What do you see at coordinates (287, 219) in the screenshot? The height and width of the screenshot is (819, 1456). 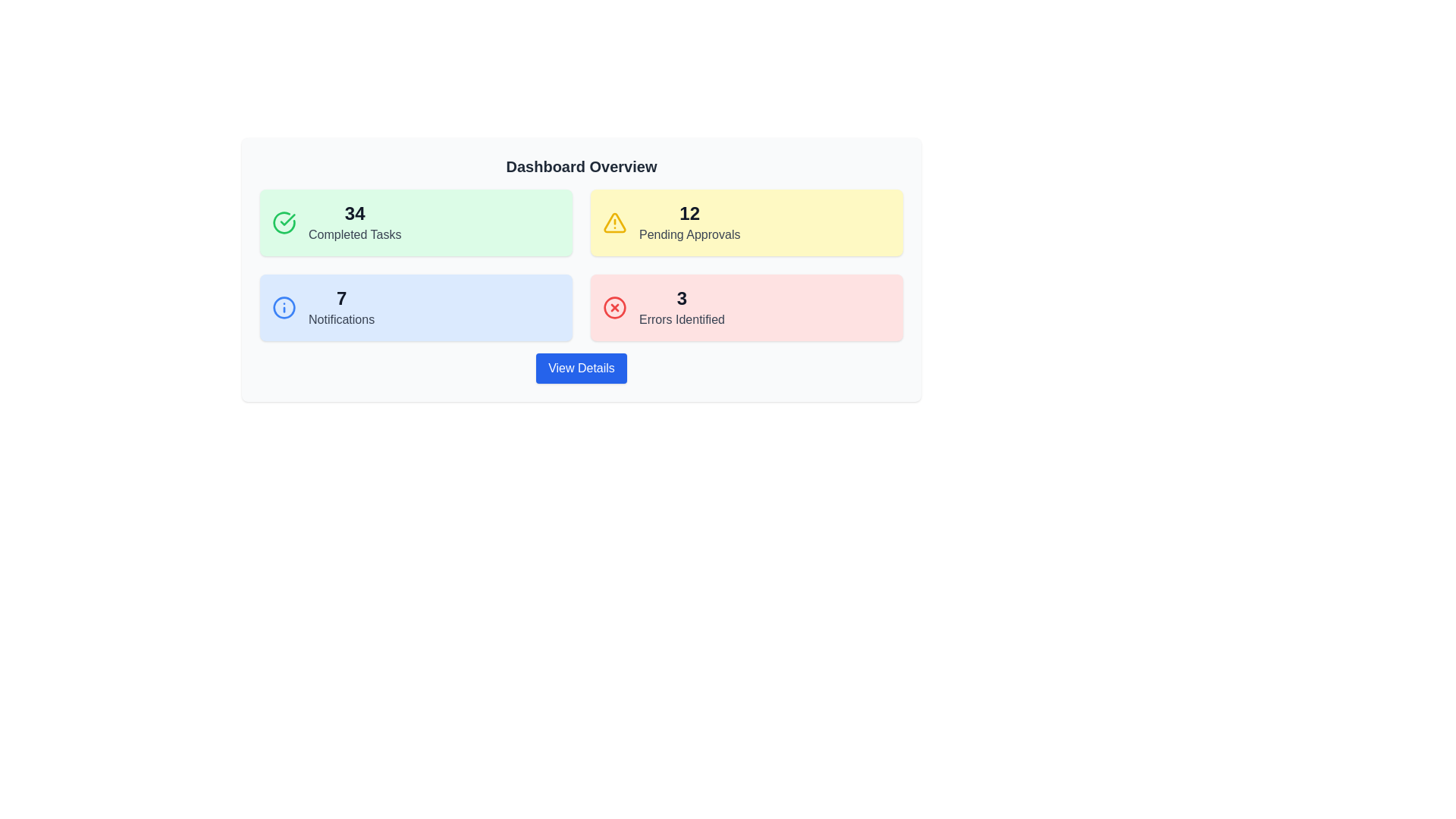 I see `the green checkmark icon indicating completed tasks for additional actions` at bounding box center [287, 219].